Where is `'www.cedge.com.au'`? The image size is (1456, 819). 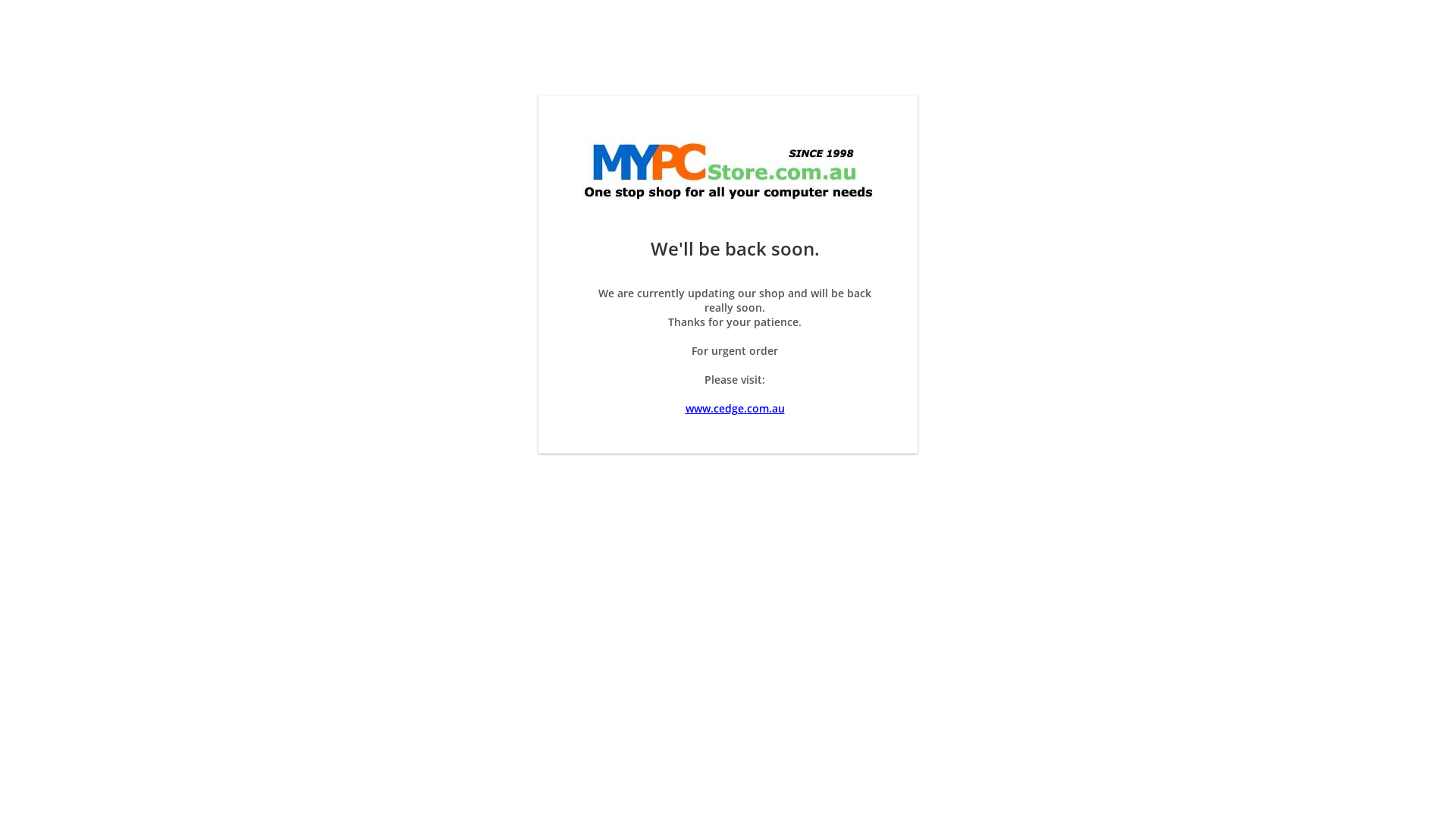
'www.cedge.com.au' is located at coordinates (735, 407).